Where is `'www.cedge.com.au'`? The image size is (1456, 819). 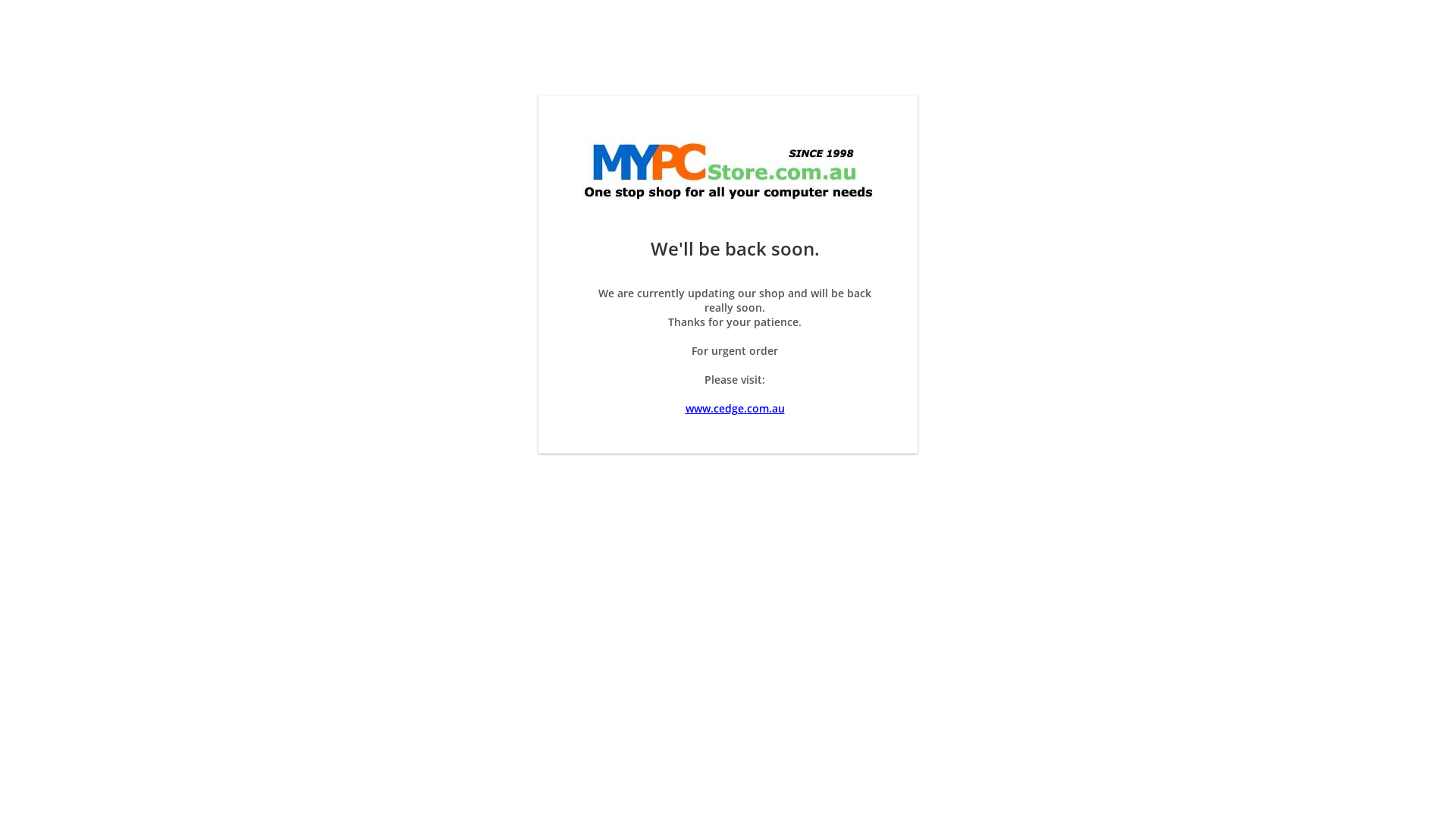
'www.cedge.com.au' is located at coordinates (735, 407).